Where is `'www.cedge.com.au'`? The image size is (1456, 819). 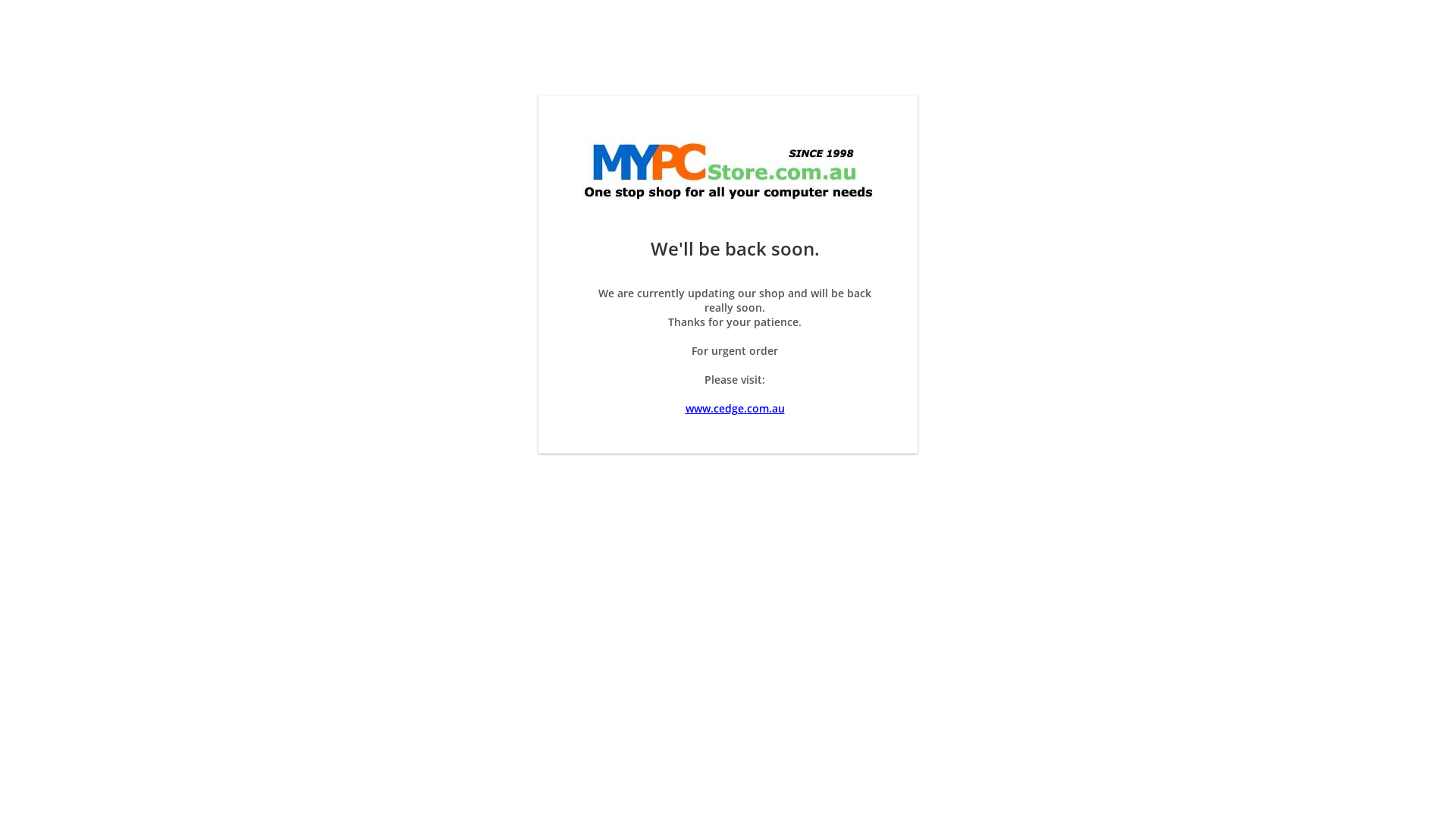
'www.cedge.com.au' is located at coordinates (735, 407).